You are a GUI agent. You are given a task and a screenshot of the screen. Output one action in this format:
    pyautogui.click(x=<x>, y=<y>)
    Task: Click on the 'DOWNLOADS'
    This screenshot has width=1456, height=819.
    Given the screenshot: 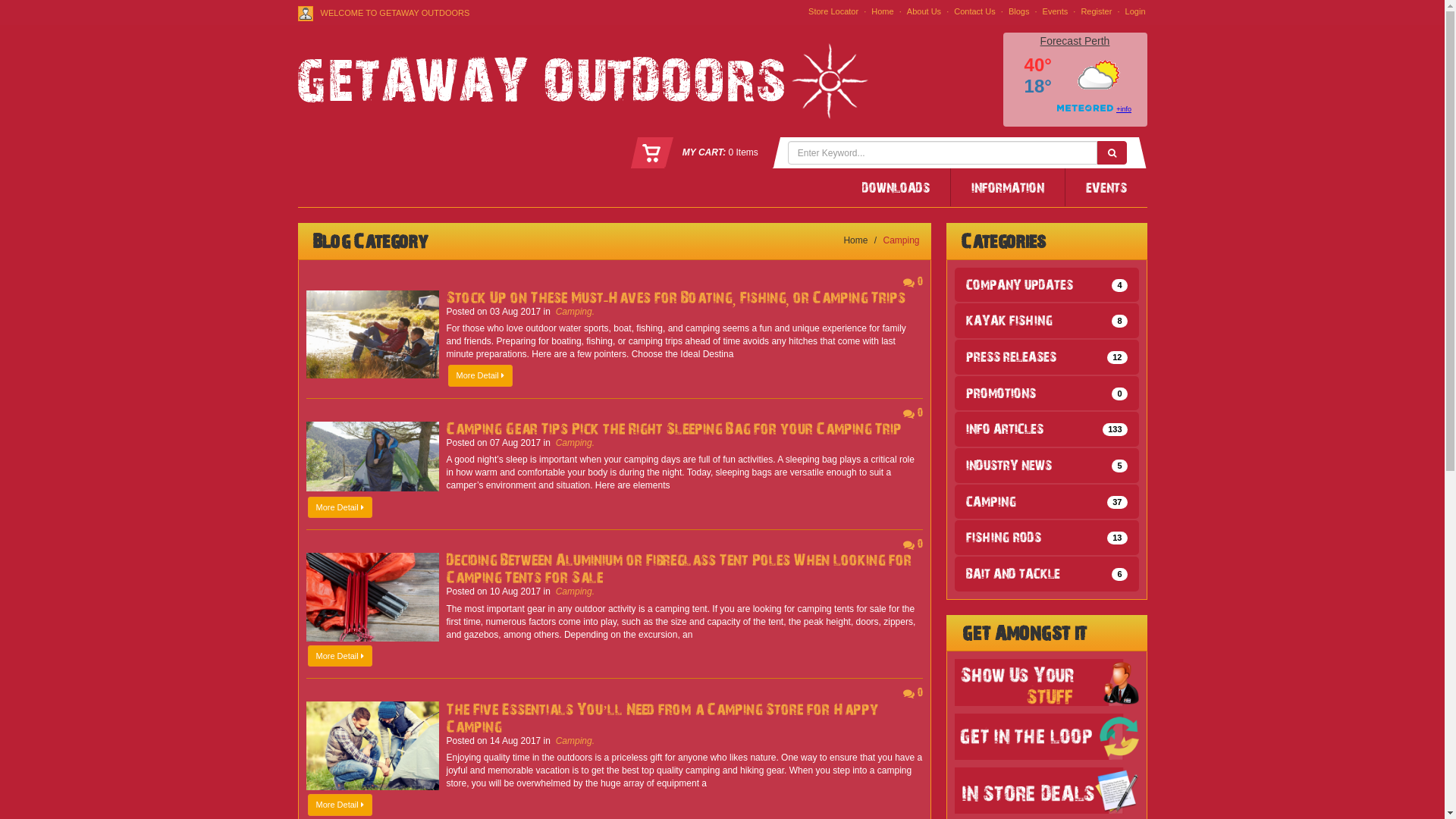 What is the action you would take?
    pyautogui.click(x=896, y=186)
    